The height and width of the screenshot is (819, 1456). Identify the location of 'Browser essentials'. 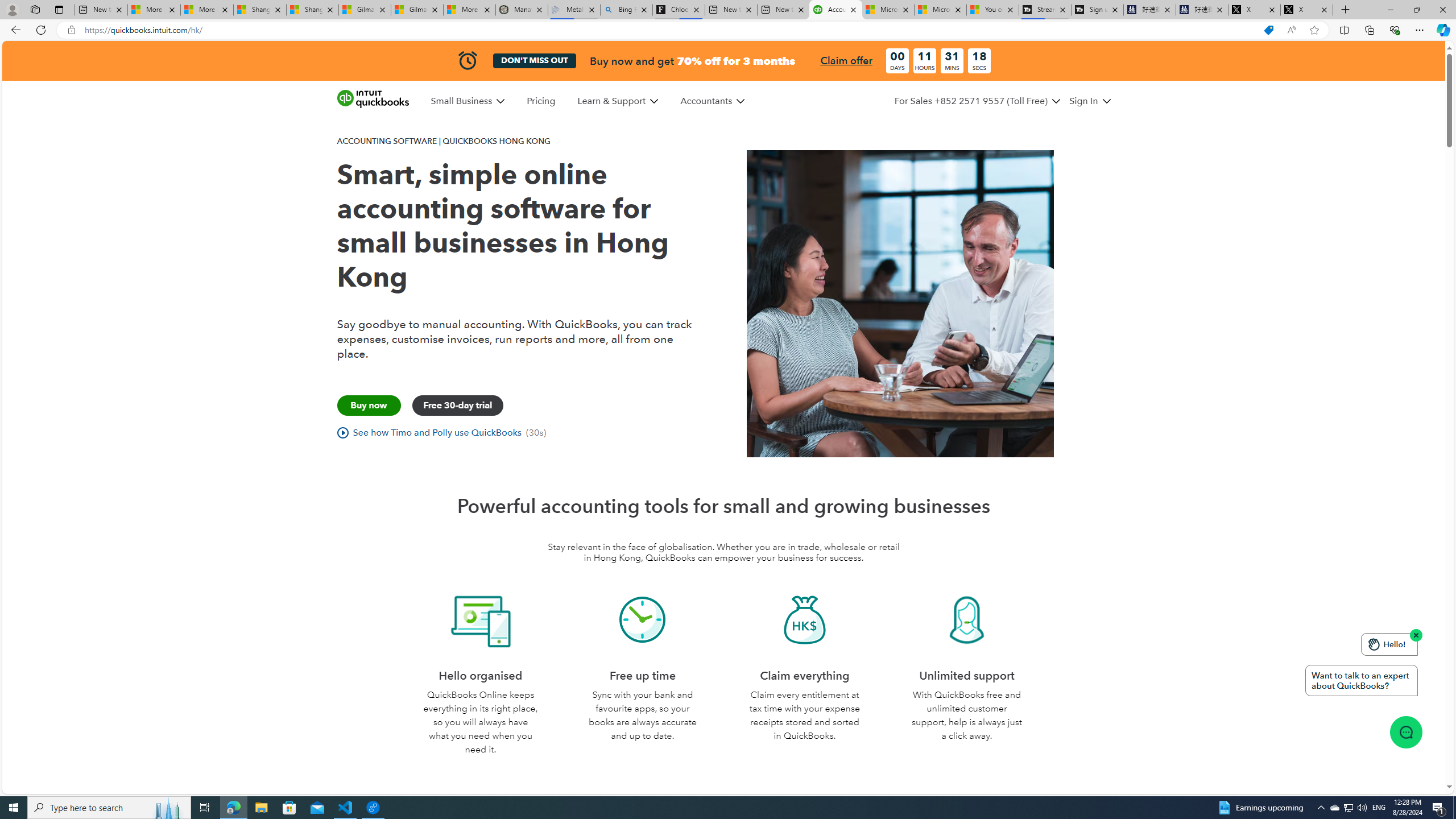
(1394, 29).